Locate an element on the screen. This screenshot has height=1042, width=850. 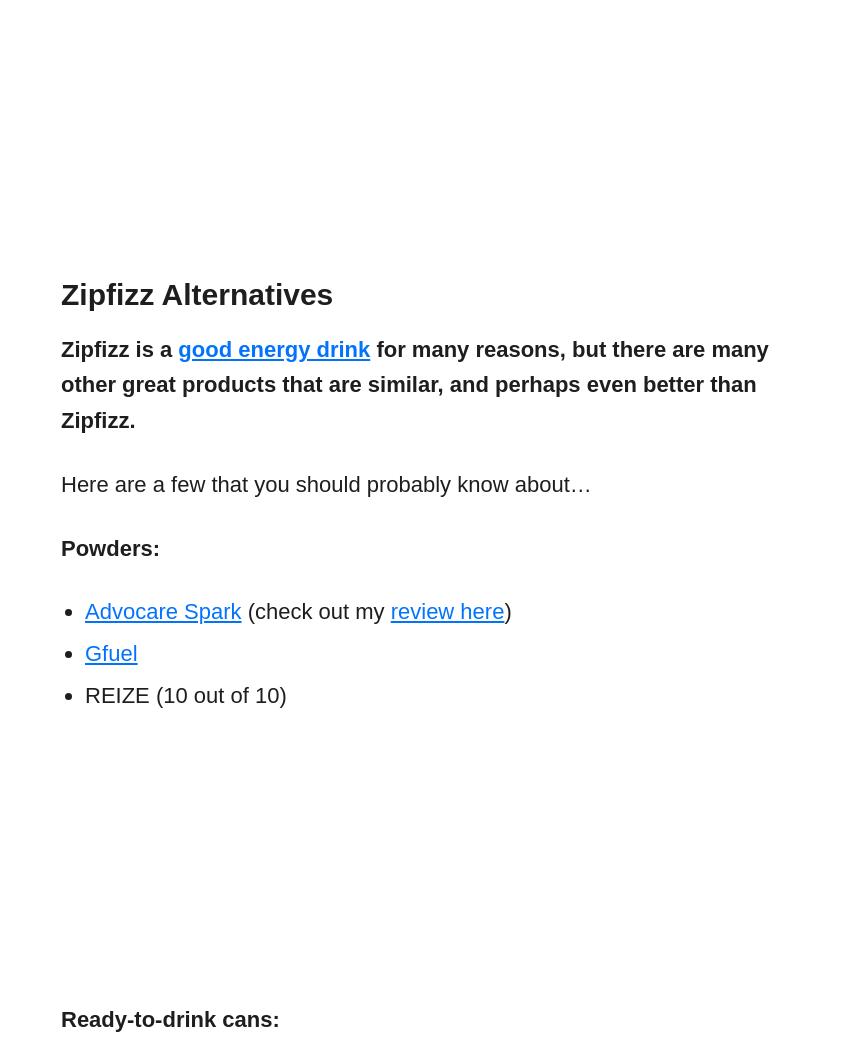
'good energy drink' is located at coordinates (273, 347).